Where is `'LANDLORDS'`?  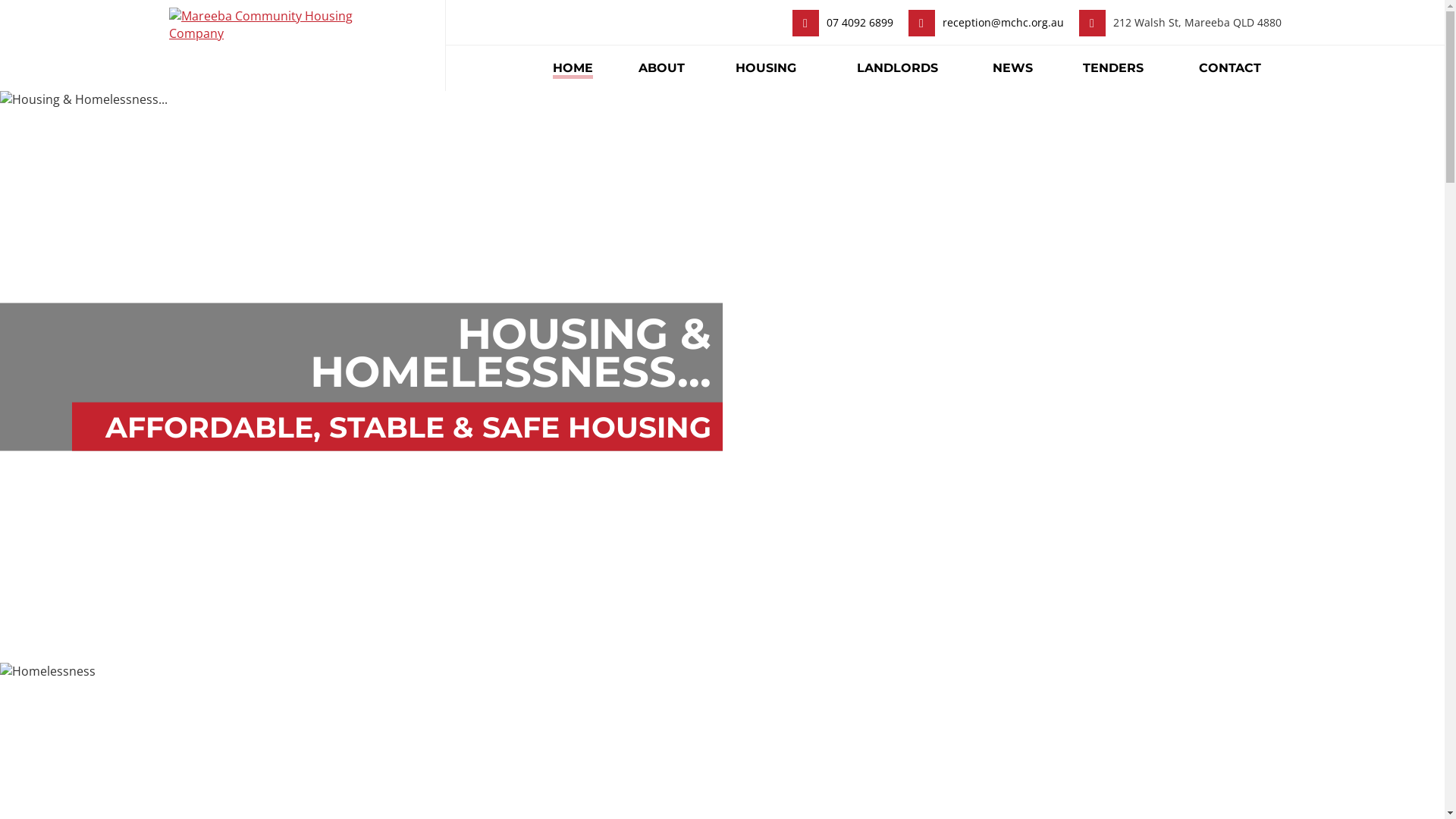 'LANDLORDS' is located at coordinates (898, 67).